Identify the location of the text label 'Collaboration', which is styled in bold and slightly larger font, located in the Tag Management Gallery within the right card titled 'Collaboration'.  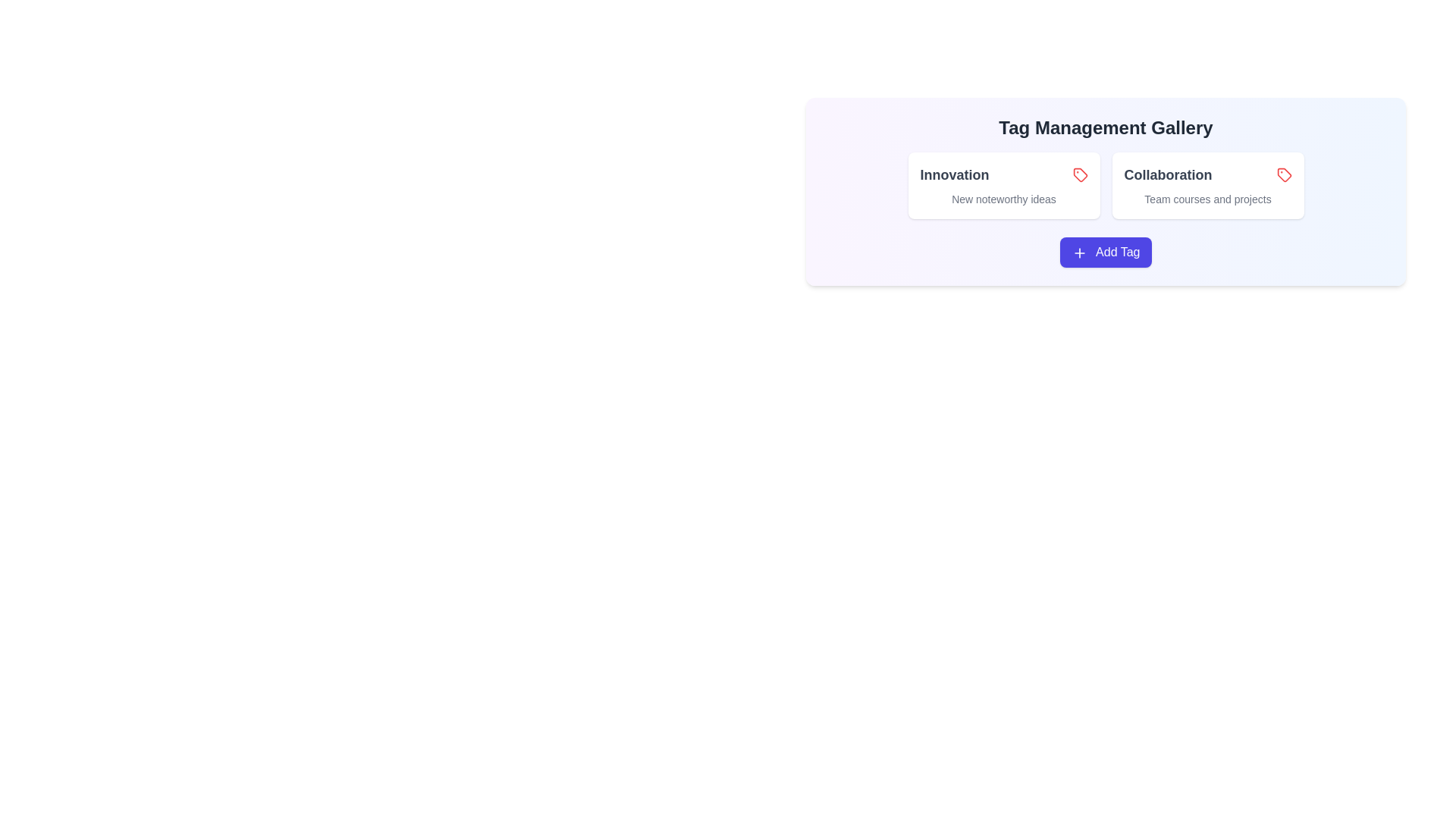
(1207, 174).